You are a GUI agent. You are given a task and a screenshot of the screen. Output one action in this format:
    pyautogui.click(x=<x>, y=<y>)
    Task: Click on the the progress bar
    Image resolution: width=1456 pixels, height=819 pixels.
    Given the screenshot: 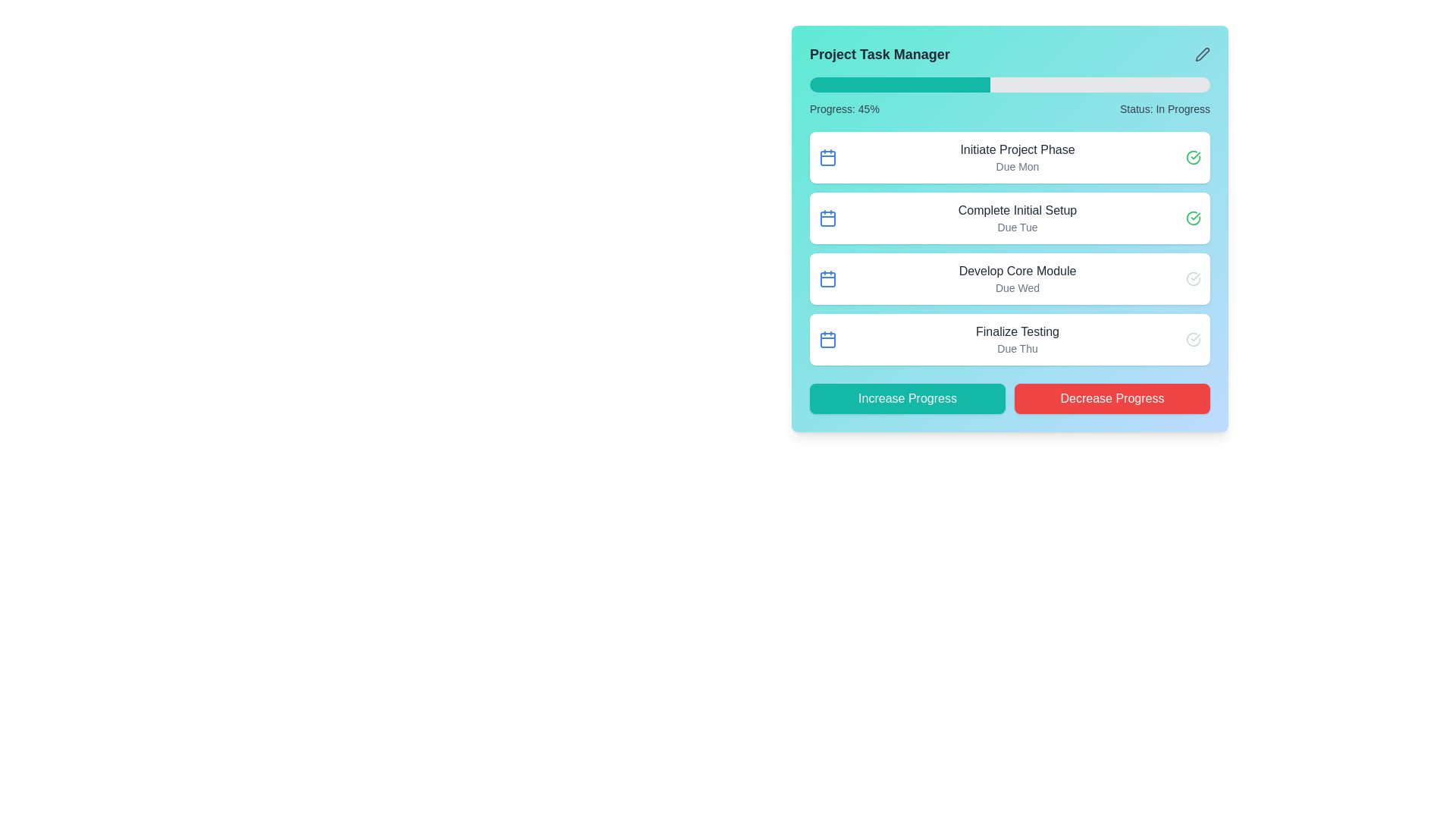 What is the action you would take?
    pyautogui.click(x=894, y=84)
    